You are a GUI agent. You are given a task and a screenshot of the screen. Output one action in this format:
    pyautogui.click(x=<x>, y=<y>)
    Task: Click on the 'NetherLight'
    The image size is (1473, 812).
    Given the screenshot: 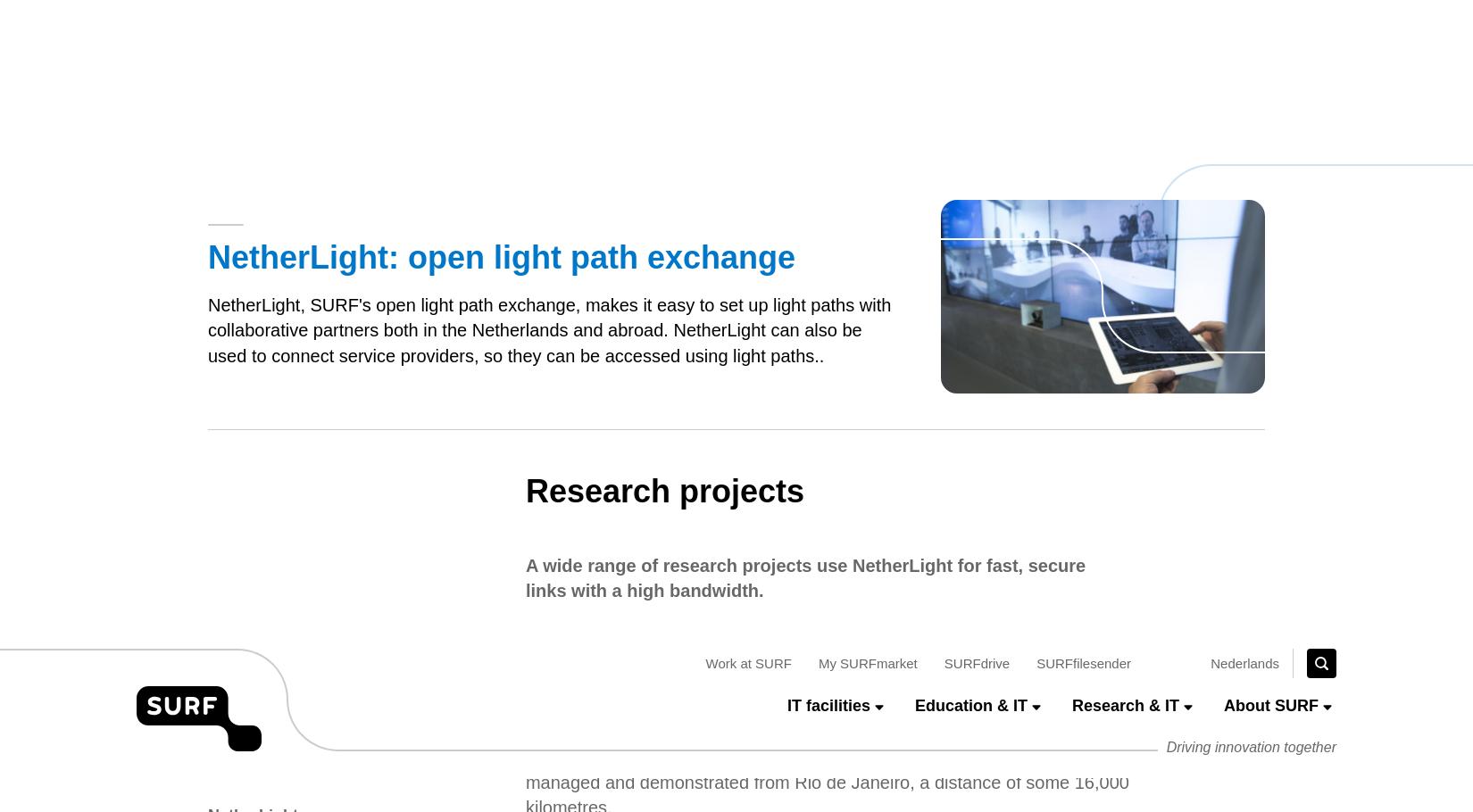 What is the action you would take?
    pyautogui.click(x=253, y=179)
    